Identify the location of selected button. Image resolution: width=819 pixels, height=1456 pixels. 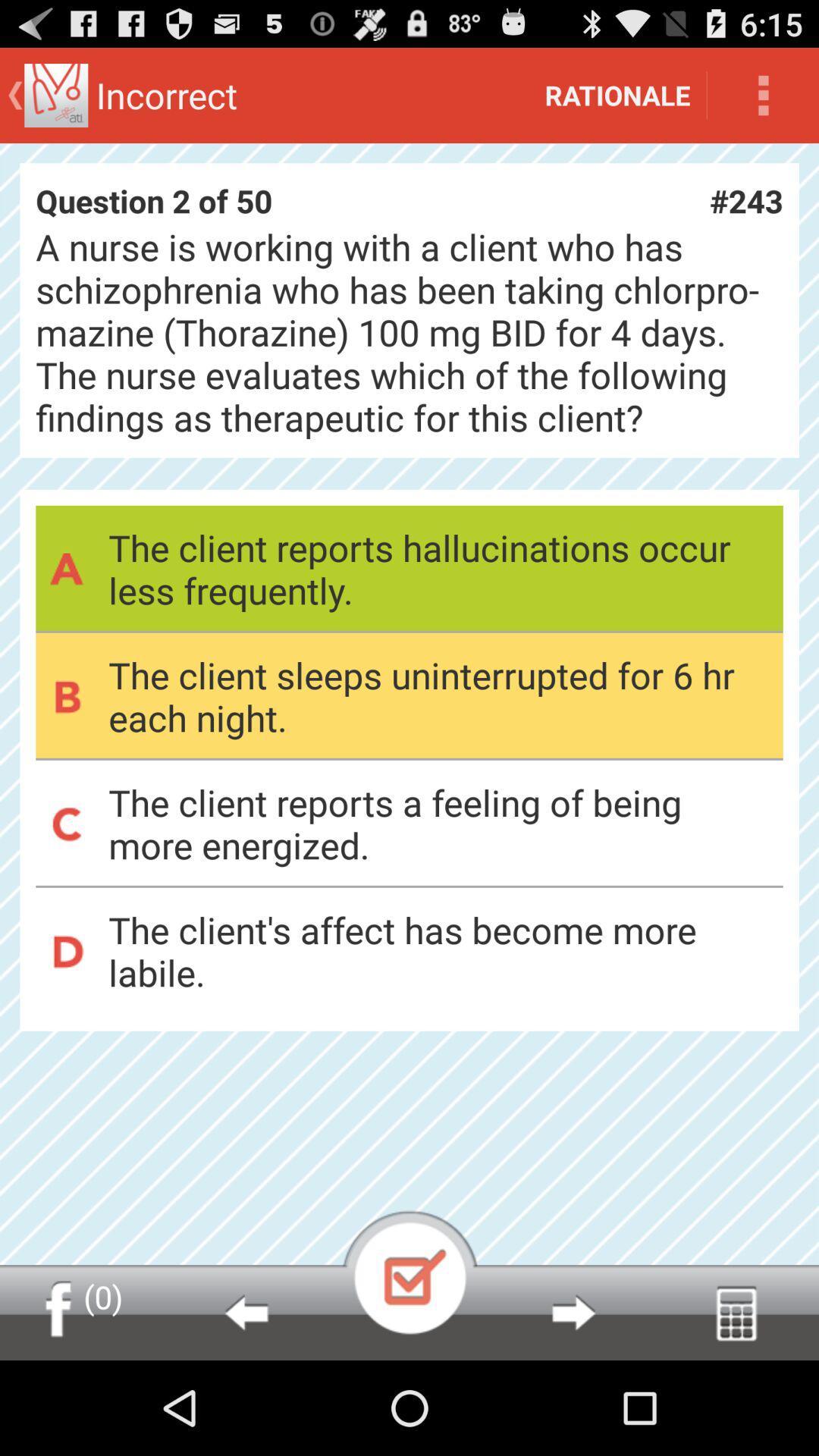
(409, 1272).